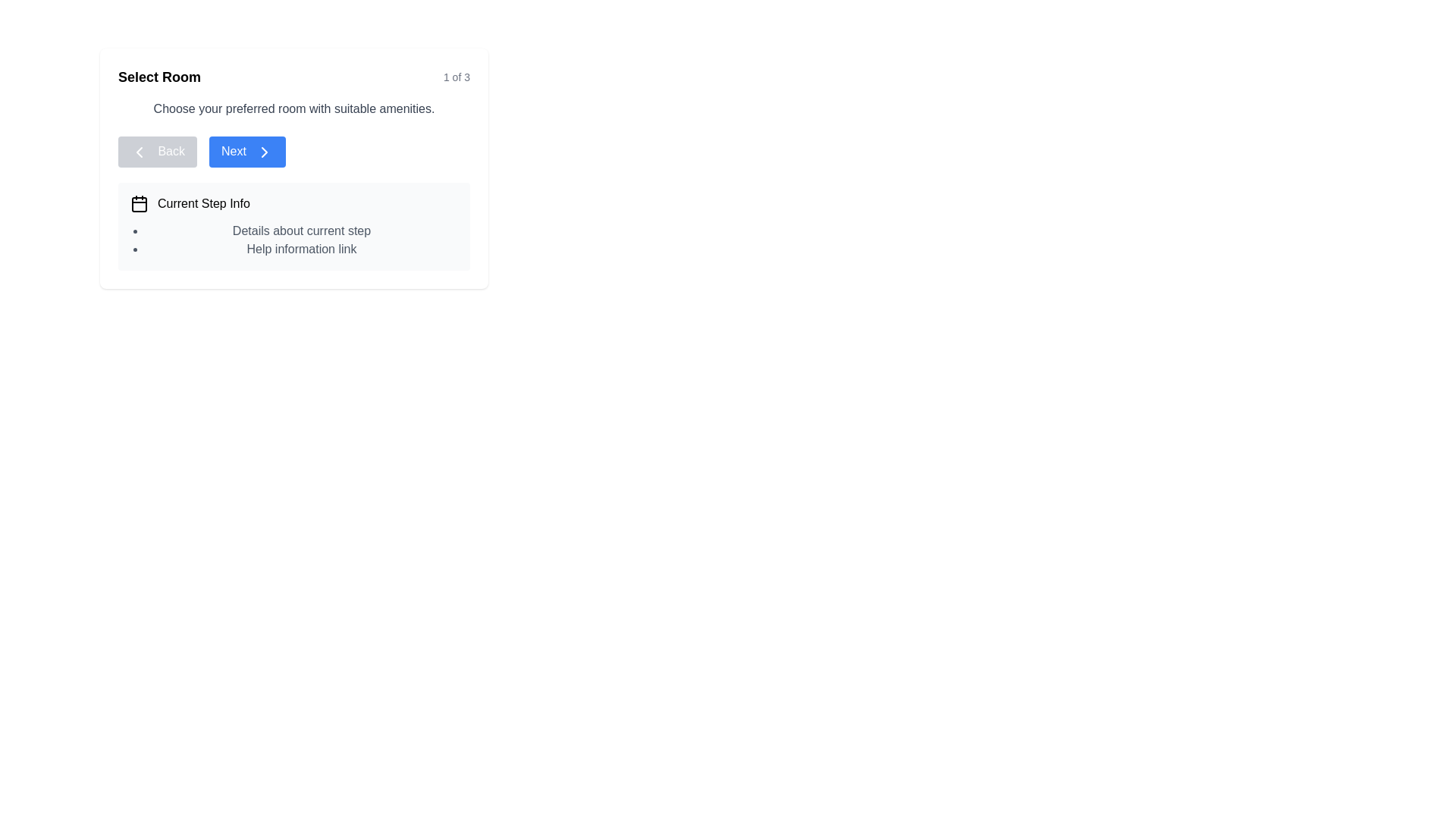 This screenshot has width=1456, height=819. What do you see at coordinates (247, 152) in the screenshot?
I see `the 'Next' button with a blue background and white text, located in the 'Select Room' section to advance` at bounding box center [247, 152].